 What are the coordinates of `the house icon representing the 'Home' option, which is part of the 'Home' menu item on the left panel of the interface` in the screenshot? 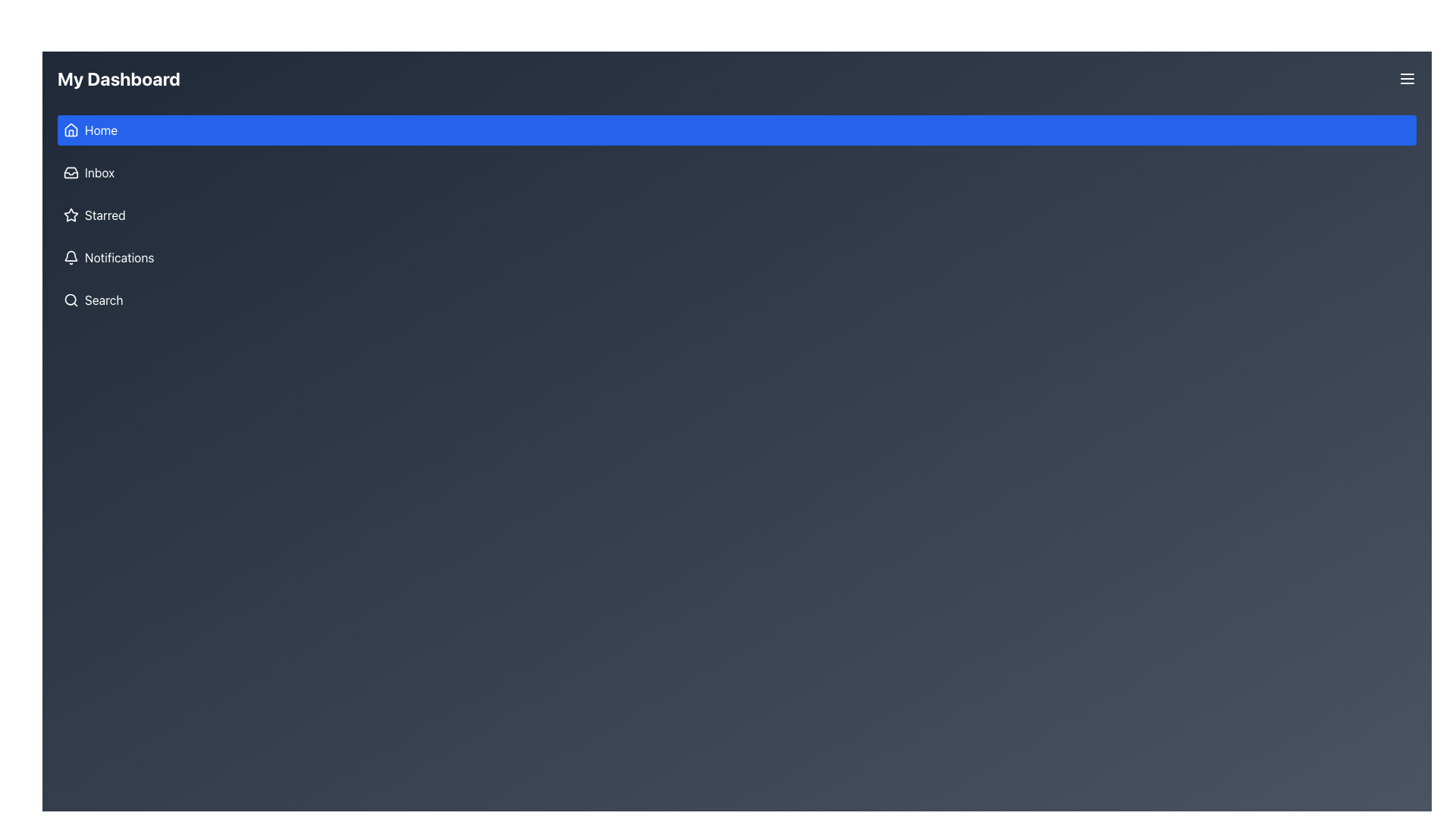 It's located at (71, 130).